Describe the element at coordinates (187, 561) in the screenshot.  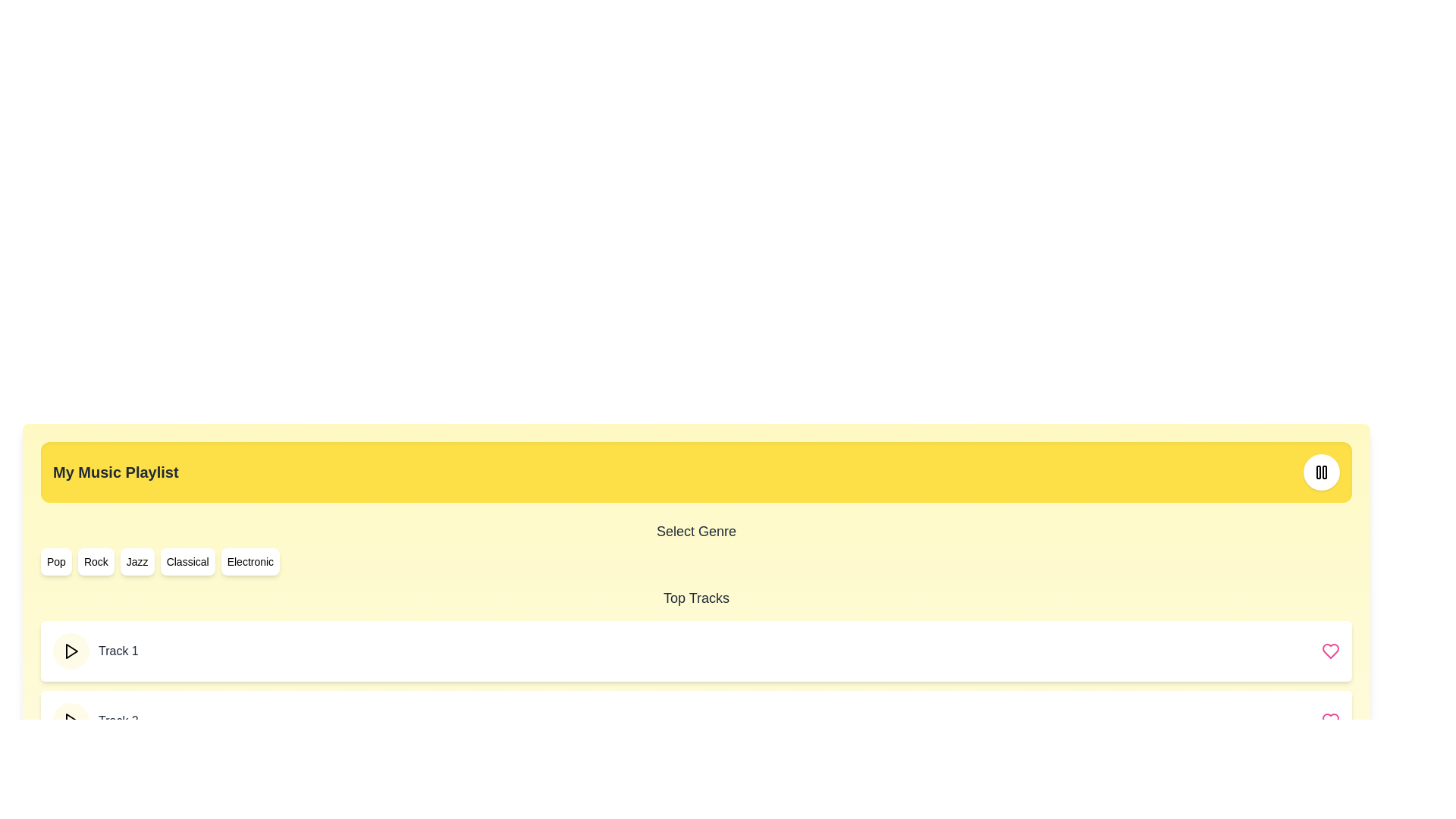
I see `the 'Classical' genre button, which is the fourth button in the horizontal list under 'Select Genre' in the 'My Music Playlist' section, to change its background color` at that location.